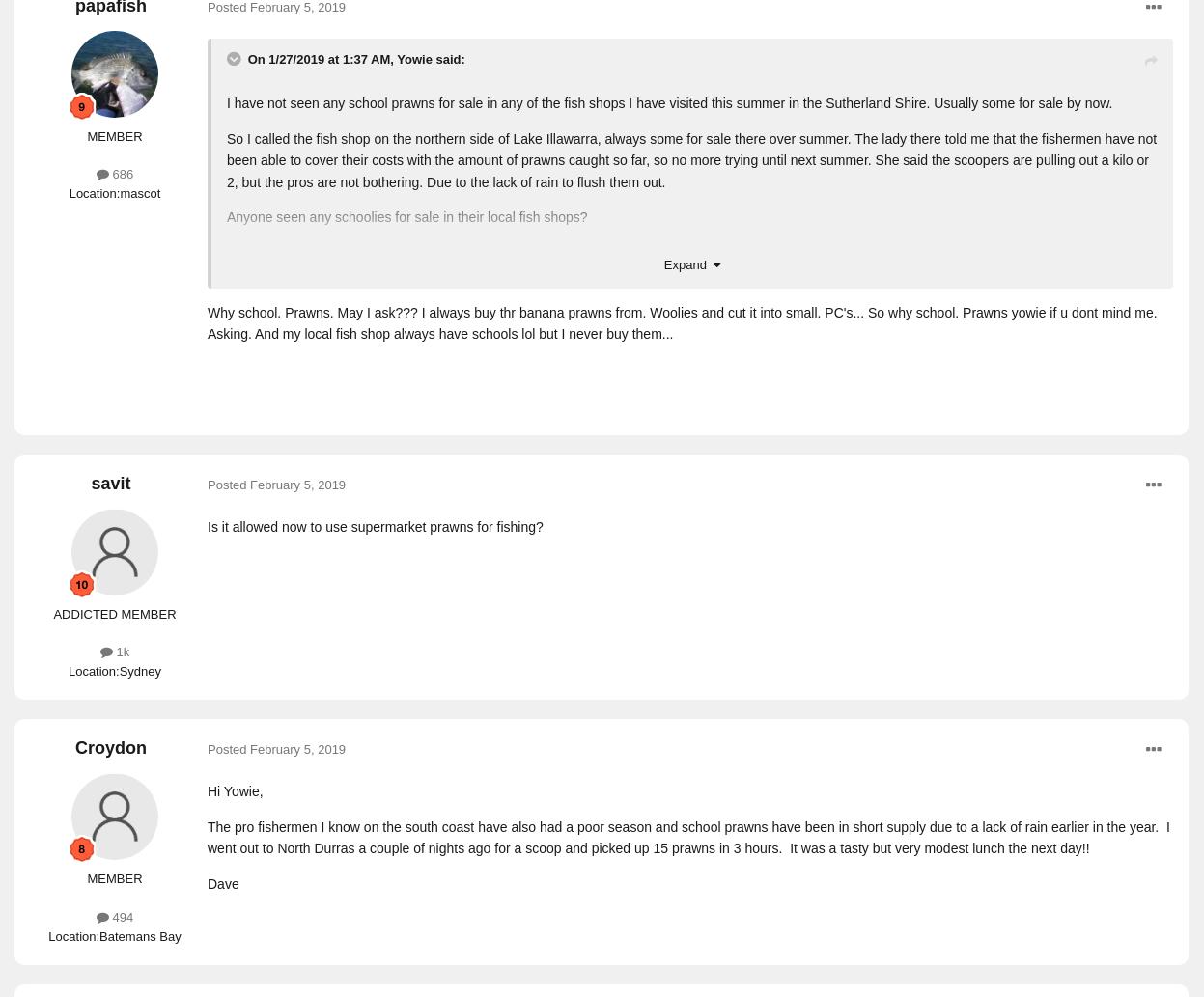 This screenshot has width=1204, height=997. I want to click on 'mascot', so click(139, 191).